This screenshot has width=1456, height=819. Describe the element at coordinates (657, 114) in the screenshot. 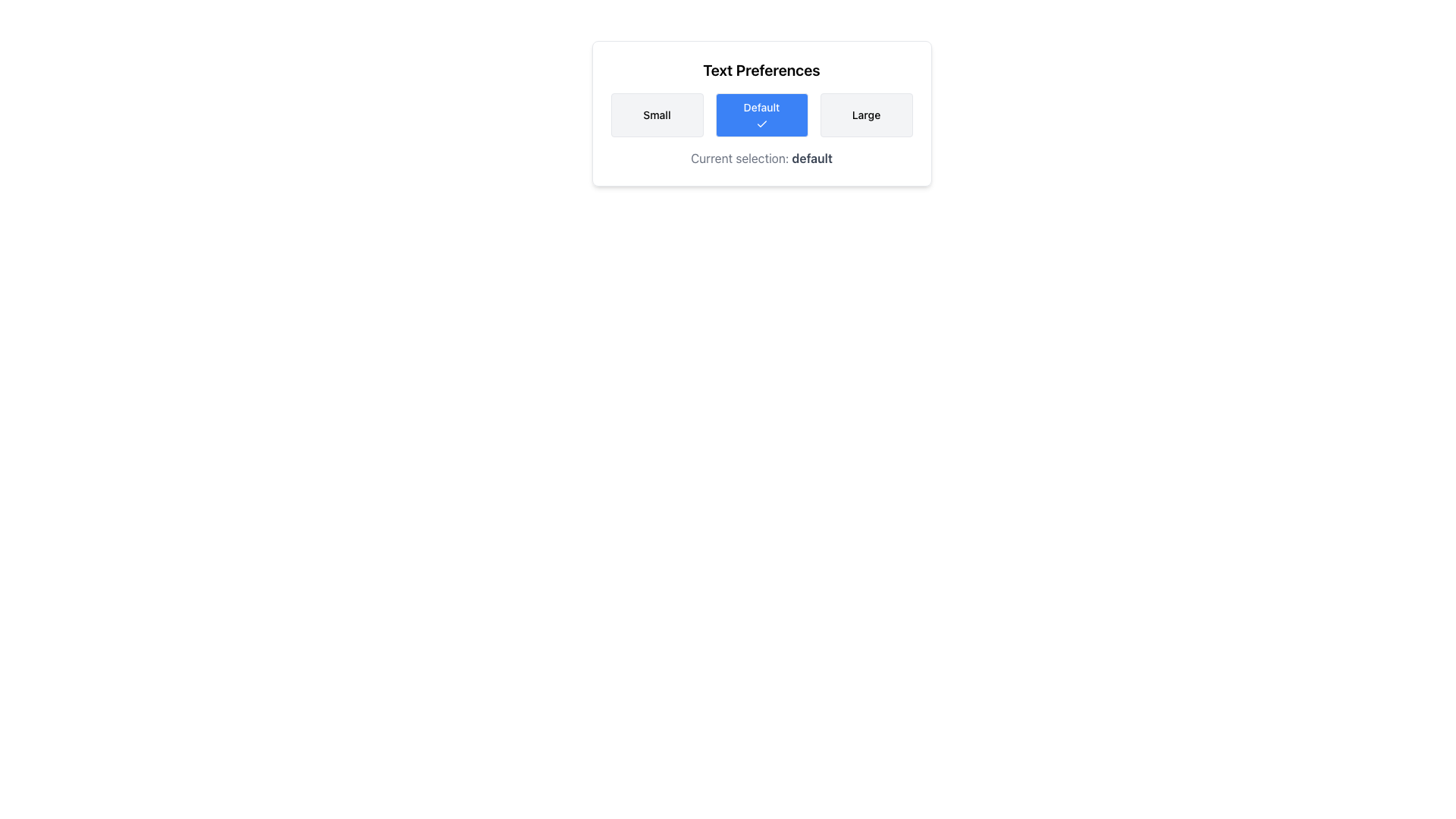

I see `the text label indicating a smaller text size option, which is centrally located within a rectangular button on the left side of the row of three buttons labeled 'Default' and 'Large', below the heading 'Text Preferences'` at that location.